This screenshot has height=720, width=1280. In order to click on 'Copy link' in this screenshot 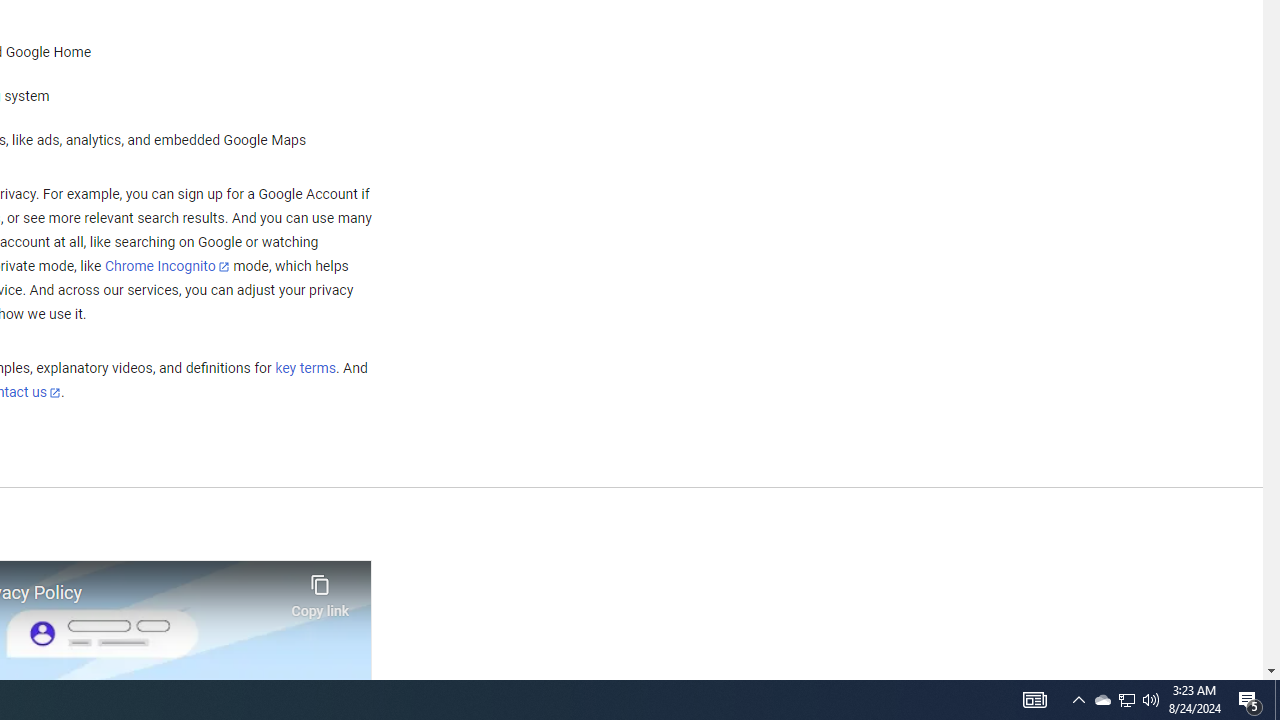, I will do `click(320, 590)`.